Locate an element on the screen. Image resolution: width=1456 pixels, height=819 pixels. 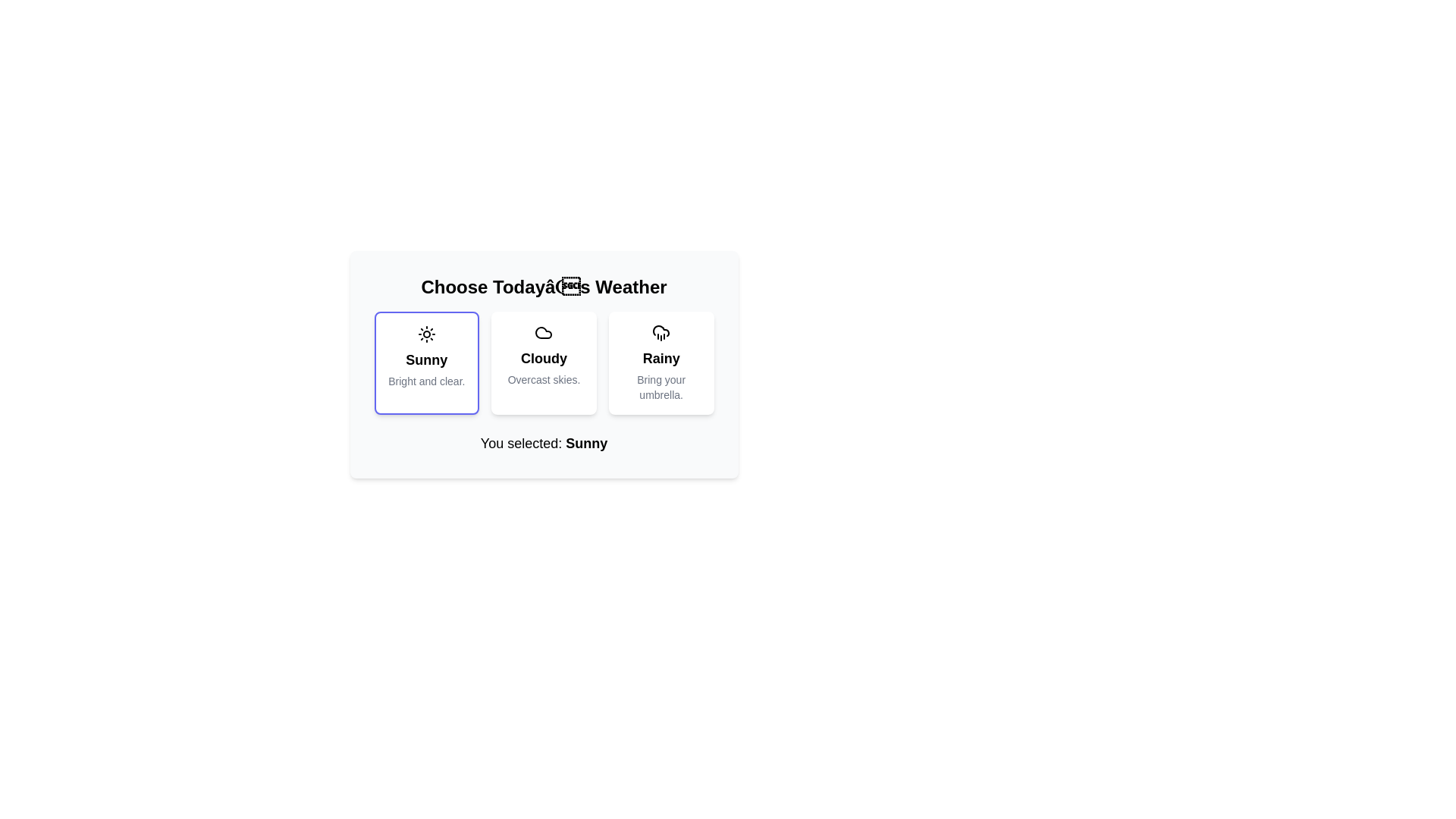
the 'Rainy' weather condition icon located at the top of the 'Rainy' weather card, positioned on the rightmost side among three weather option cards is located at coordinates (661, 332).